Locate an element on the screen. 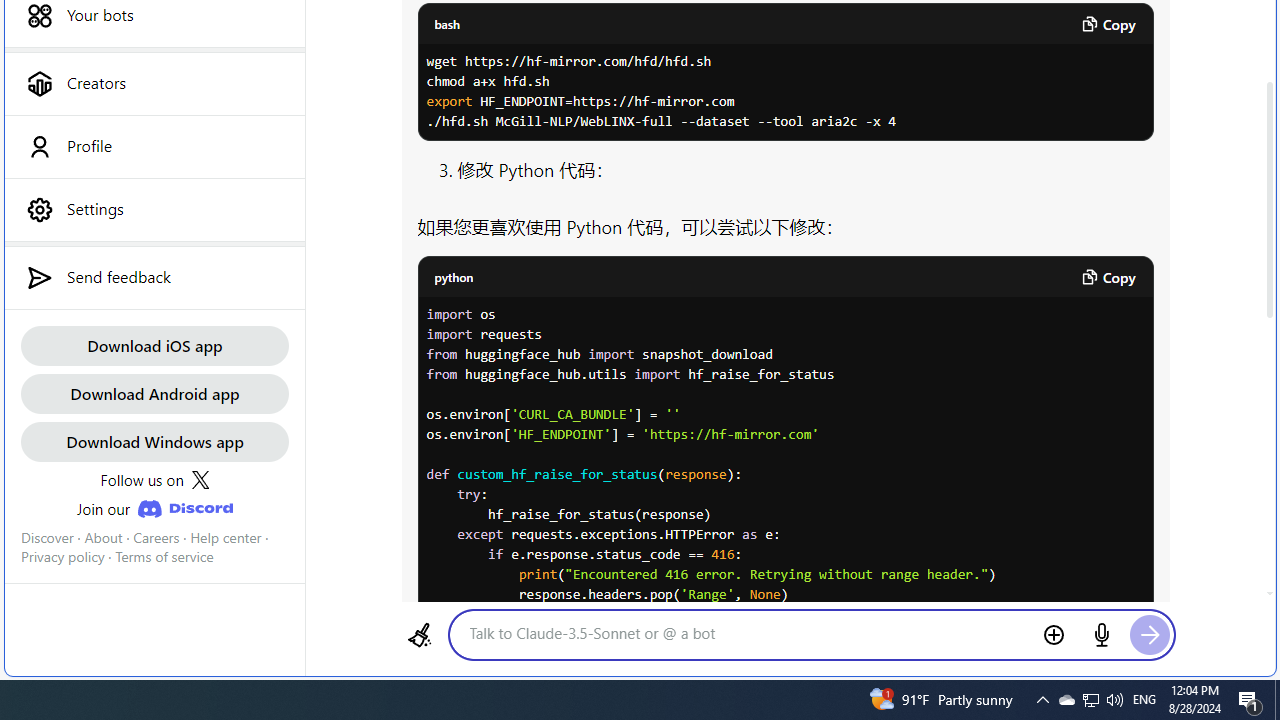 The width and height of the screenshot is (1280, 720). 'Join our' is located at coordinates (153, 508).